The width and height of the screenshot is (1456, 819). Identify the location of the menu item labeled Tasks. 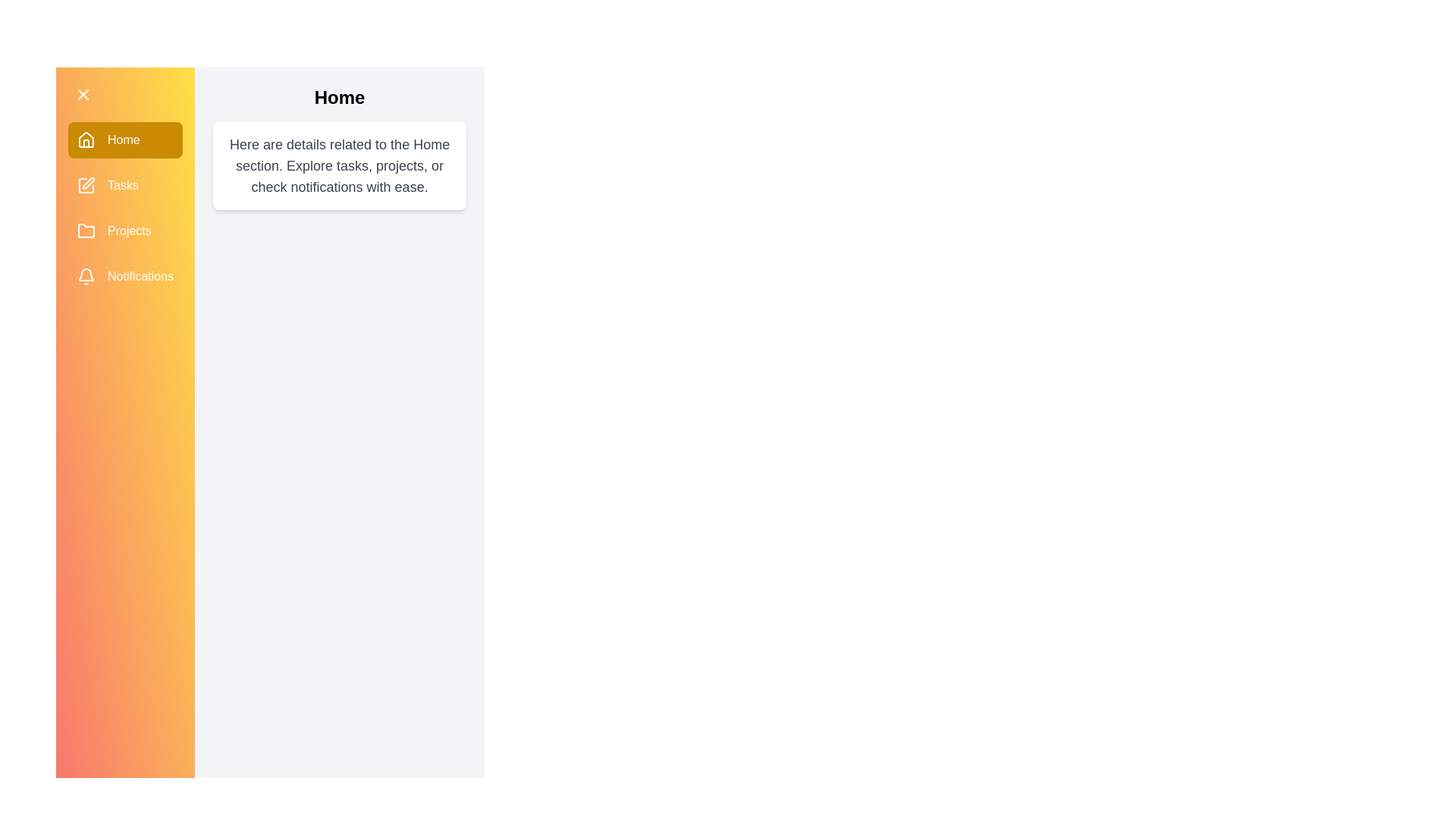
(124, 185).